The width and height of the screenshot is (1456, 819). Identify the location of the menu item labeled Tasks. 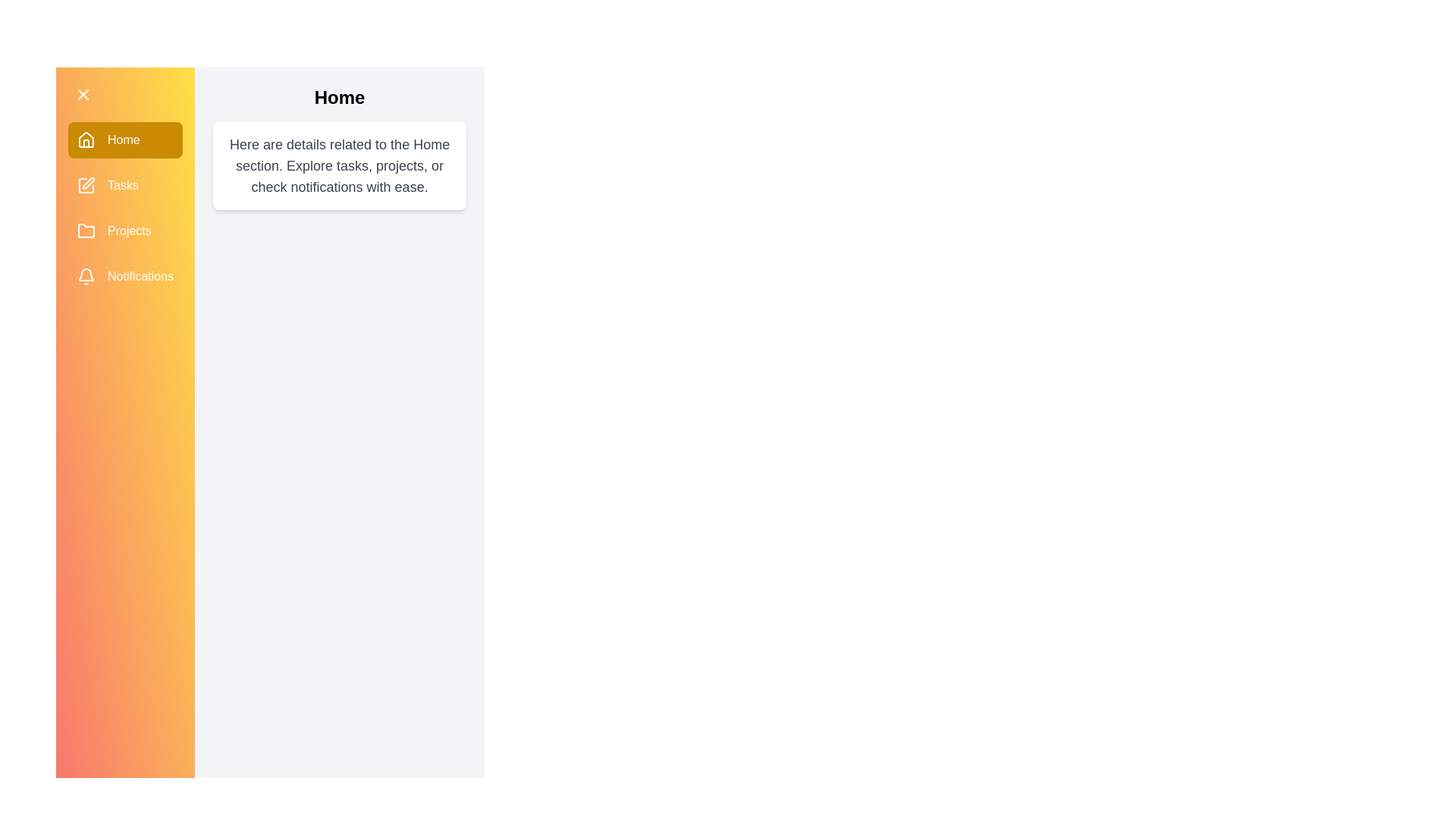
(124, 185).